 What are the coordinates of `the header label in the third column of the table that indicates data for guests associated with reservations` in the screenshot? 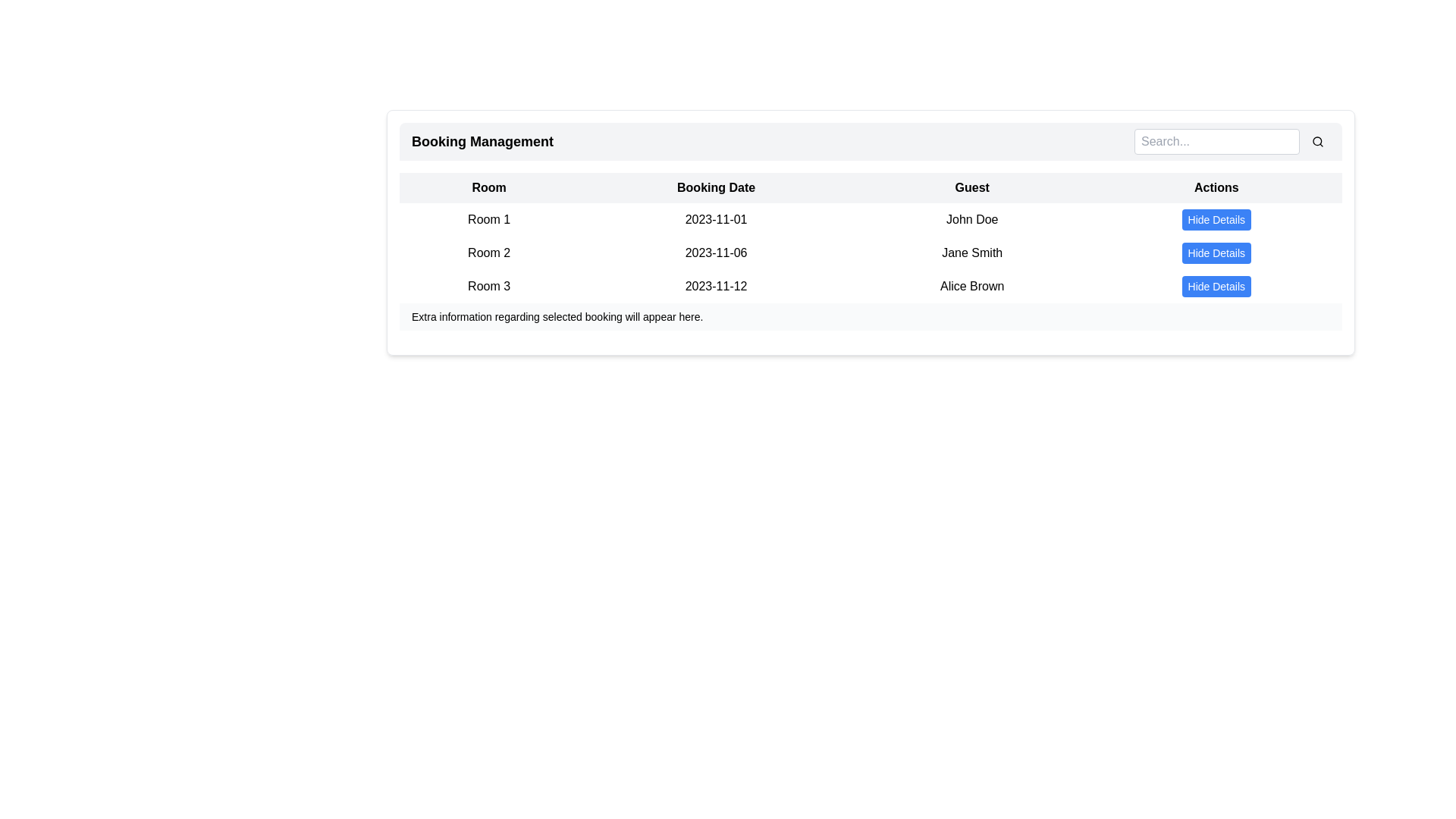 It's located at (972, 187).